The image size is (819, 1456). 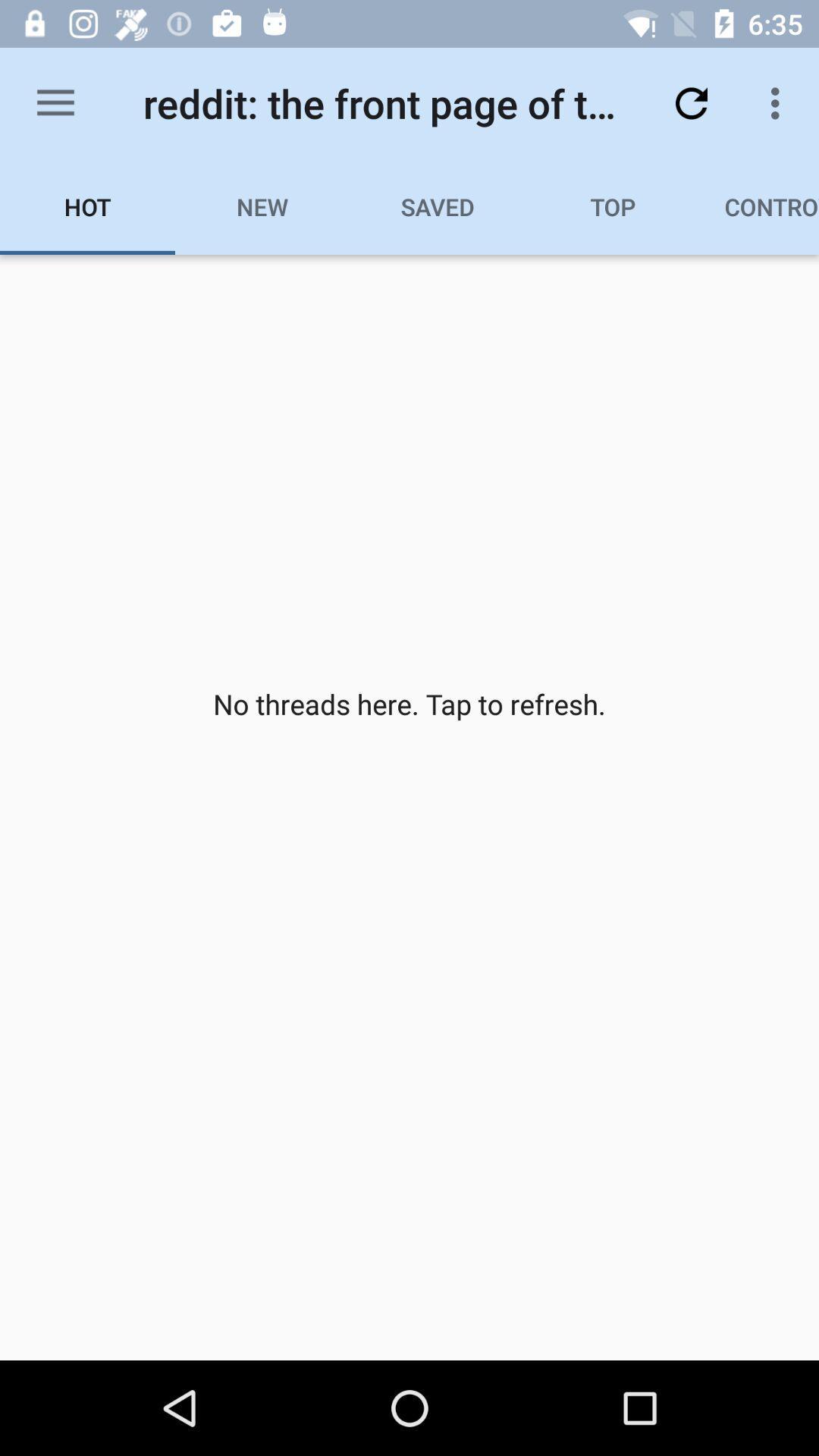 What do you see at coordinates (55, 102) in the screenshot?
I see `the item above the hot` at bounding box center [55, 102].